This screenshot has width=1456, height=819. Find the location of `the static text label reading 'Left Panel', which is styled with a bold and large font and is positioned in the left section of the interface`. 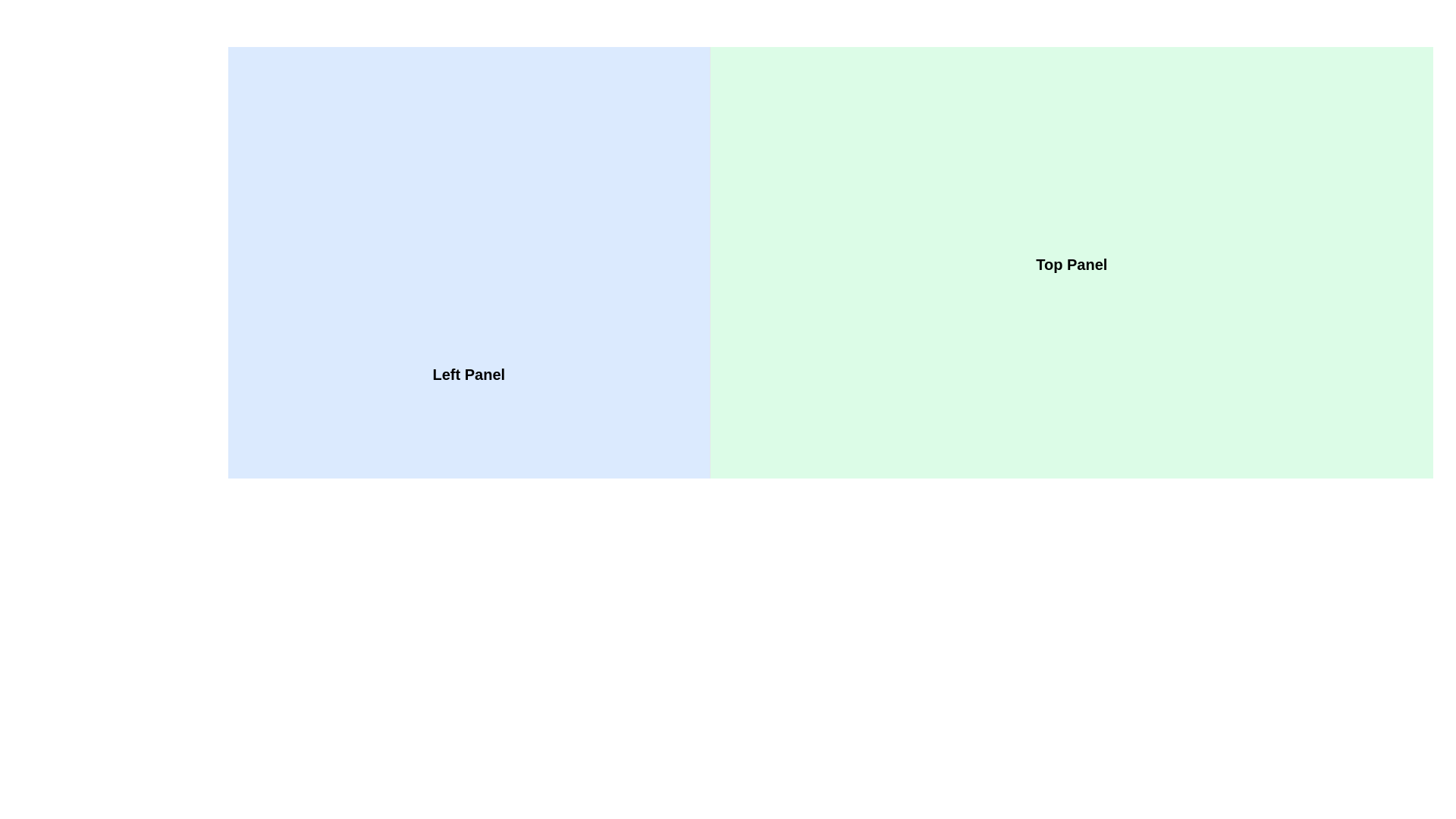

the static text label reading 'Left Panel', which is styled with a bold and large font and is positioned in the left section of the interface is located at coordinates (468, 374).